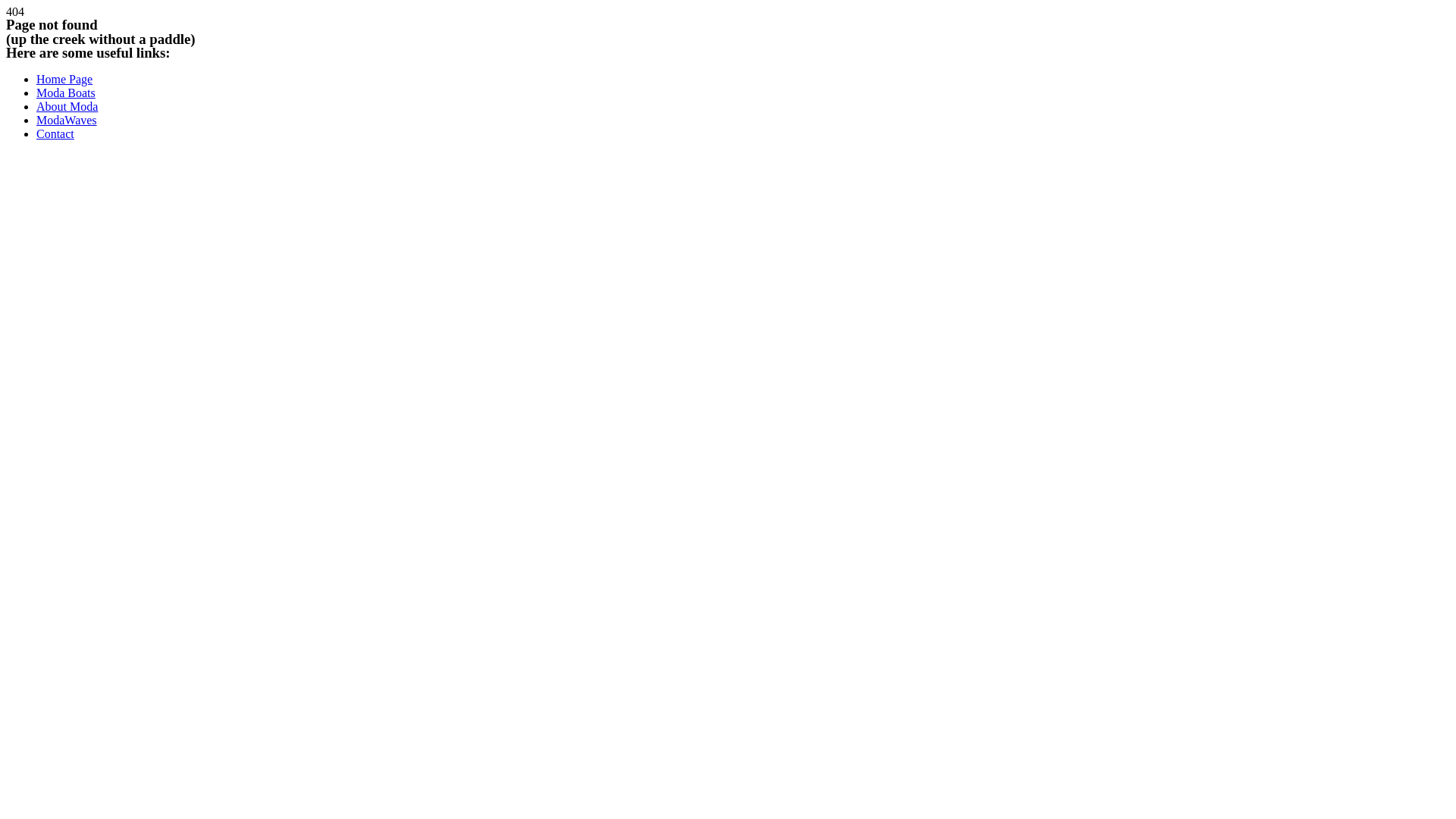  What do you see at coordinates (36, 105) in the screenshot?
I see `'About Moda'` at bounding box center [36, 105].